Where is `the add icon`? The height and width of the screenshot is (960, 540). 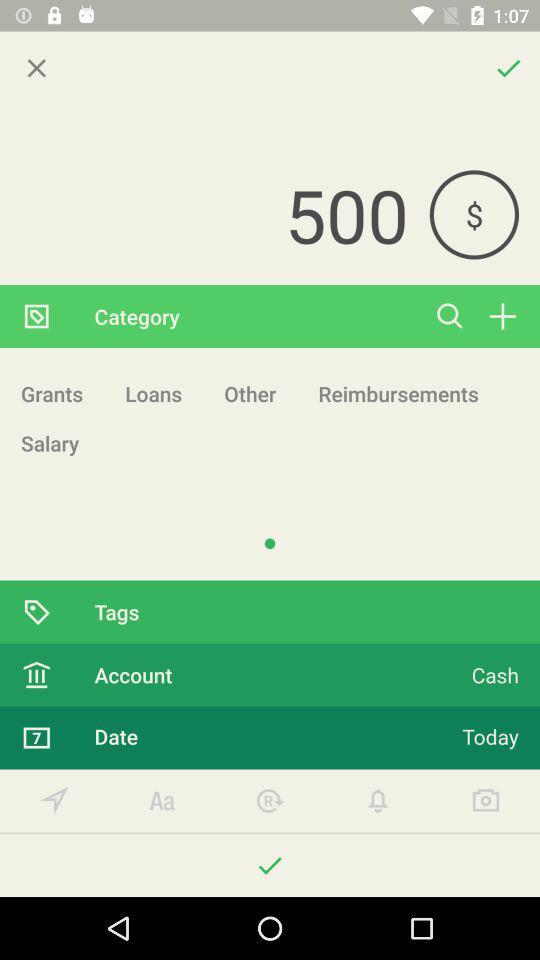
the add icon is located at coordinates (501, 316).